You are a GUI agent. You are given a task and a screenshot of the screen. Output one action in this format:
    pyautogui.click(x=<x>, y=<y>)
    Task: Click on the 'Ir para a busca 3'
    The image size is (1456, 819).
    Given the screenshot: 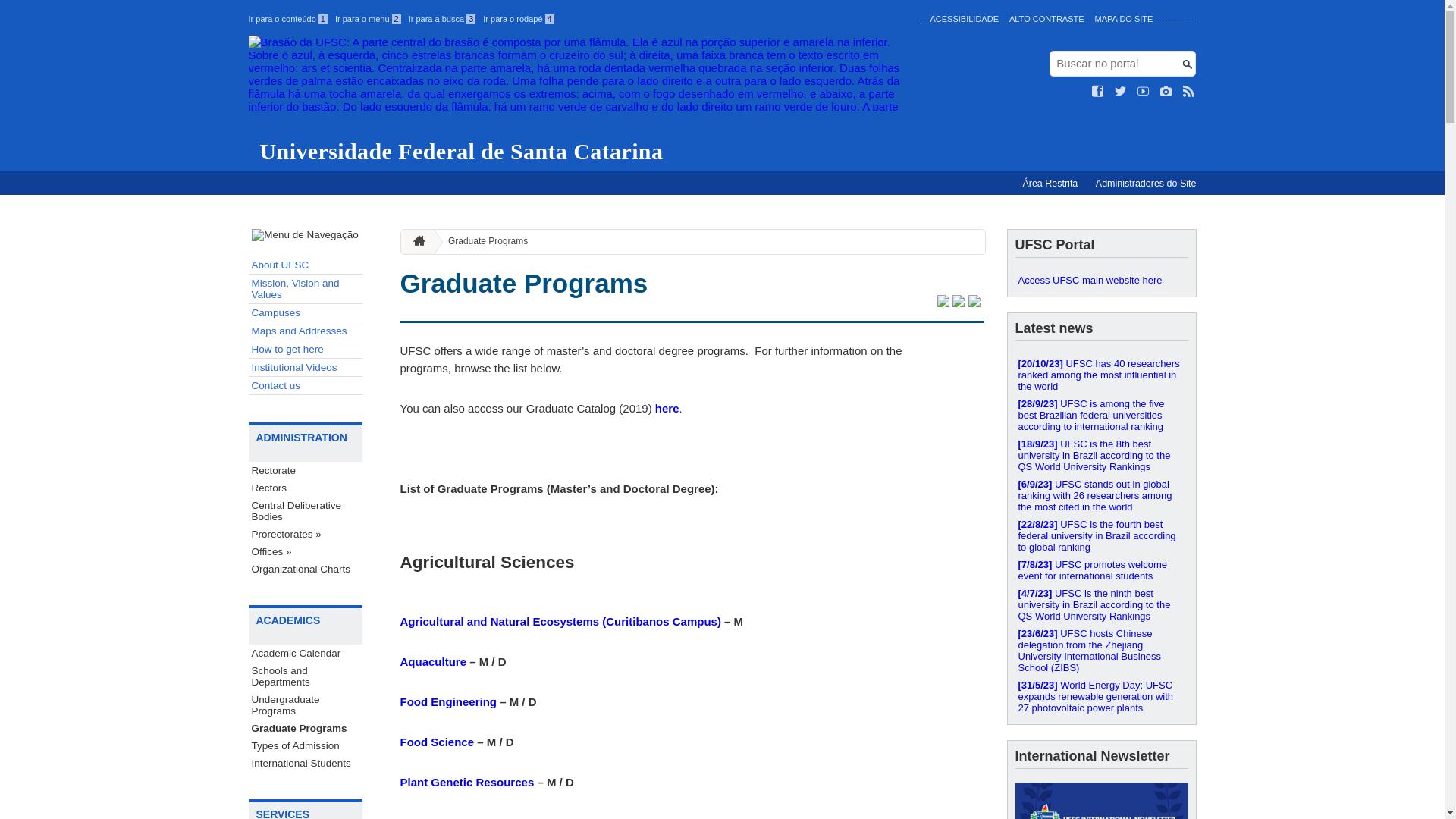 What is the action you would take?
    pyautogui.click(x=408, y=18)
    